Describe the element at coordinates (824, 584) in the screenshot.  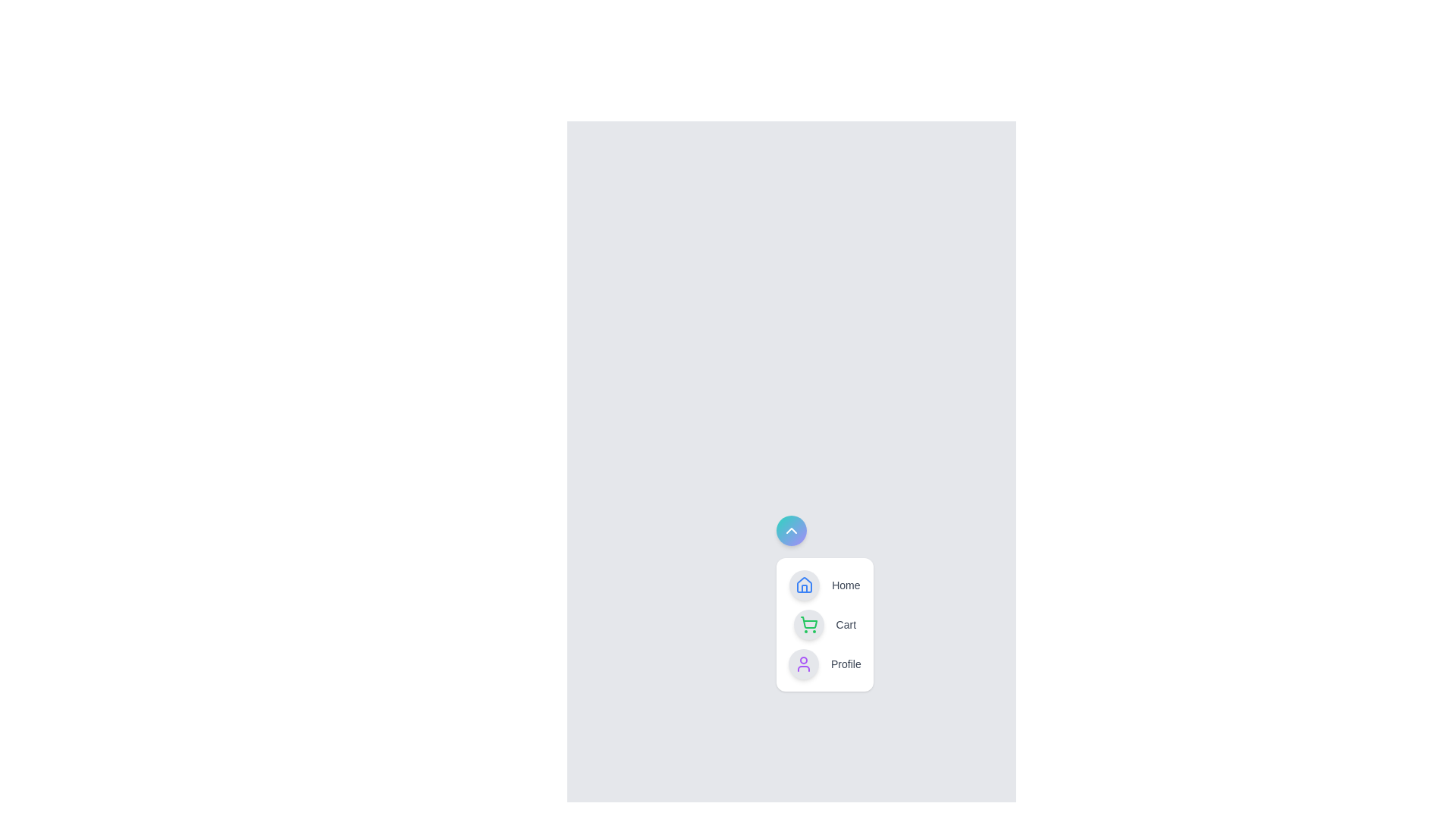
I see `the menu item Home by clicking on it` at that location.